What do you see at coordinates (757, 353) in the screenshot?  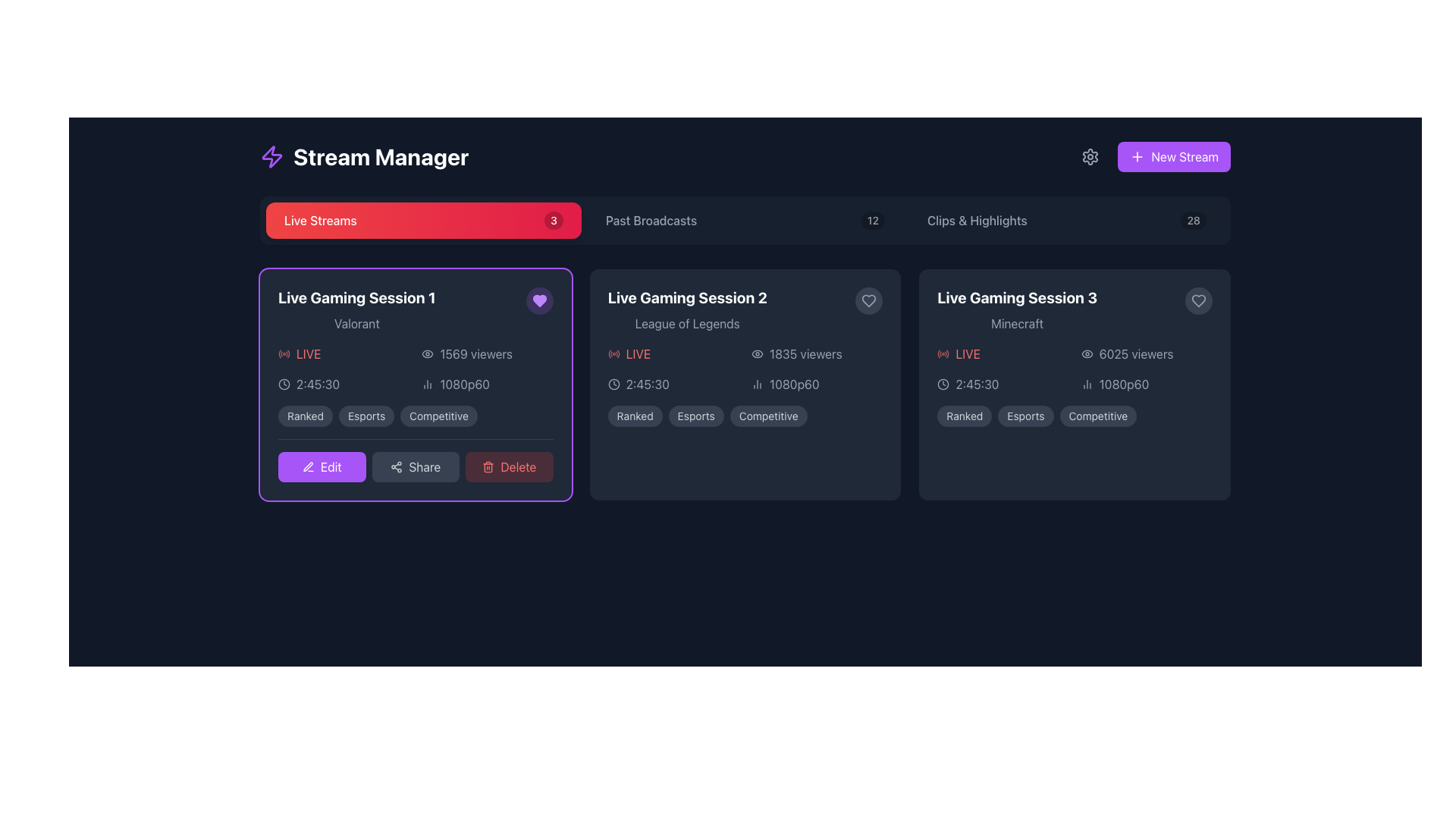 I see `the decorative icon that signifies the view count, located to the left of the text '1835 viewers' in the card 'Live Gaming Session 2'` at bounding box center [757, 353].